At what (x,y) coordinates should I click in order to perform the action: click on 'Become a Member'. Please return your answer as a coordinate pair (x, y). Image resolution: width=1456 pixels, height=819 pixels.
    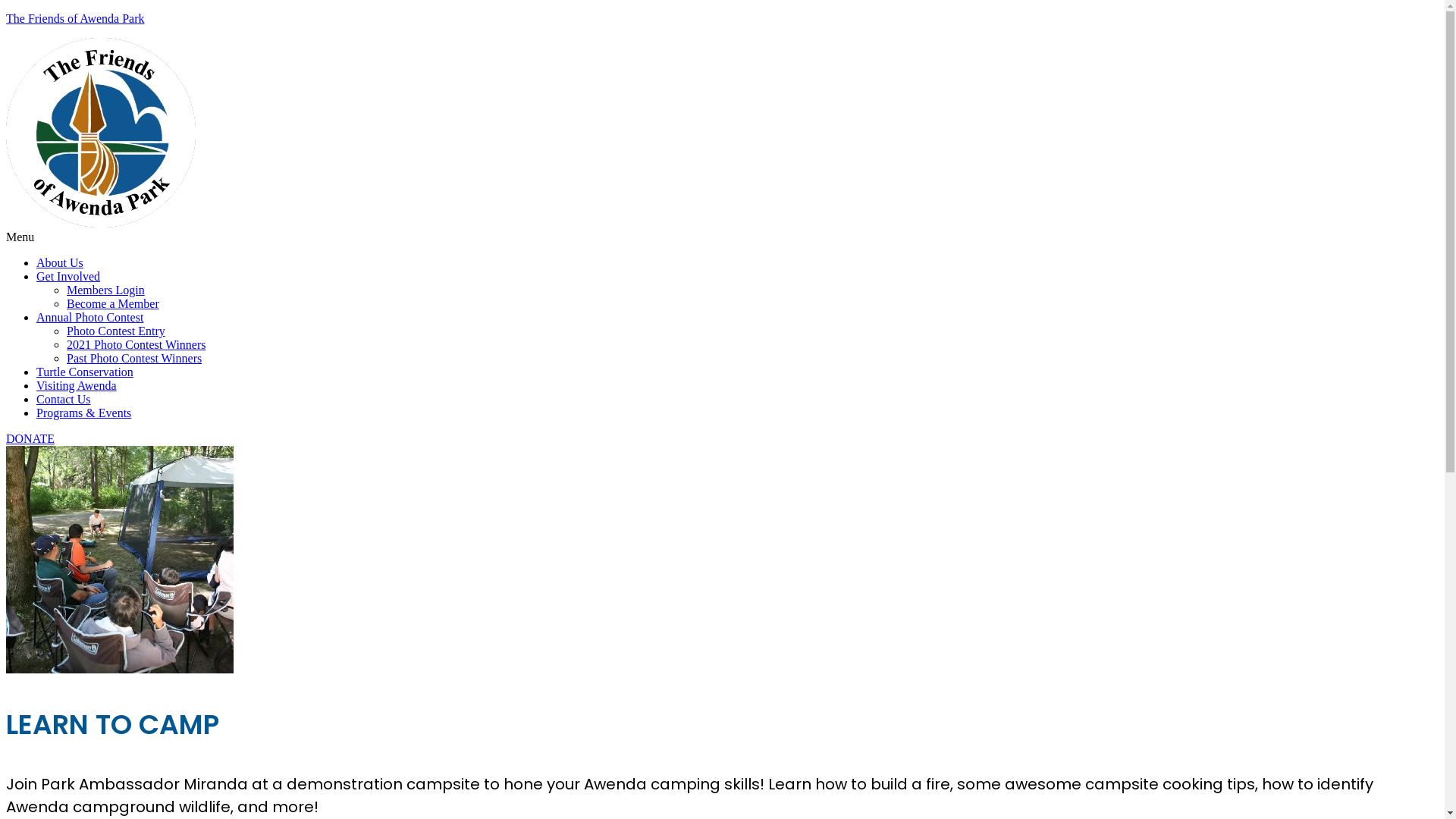
    Looking at the image, I should click on (111, 303).